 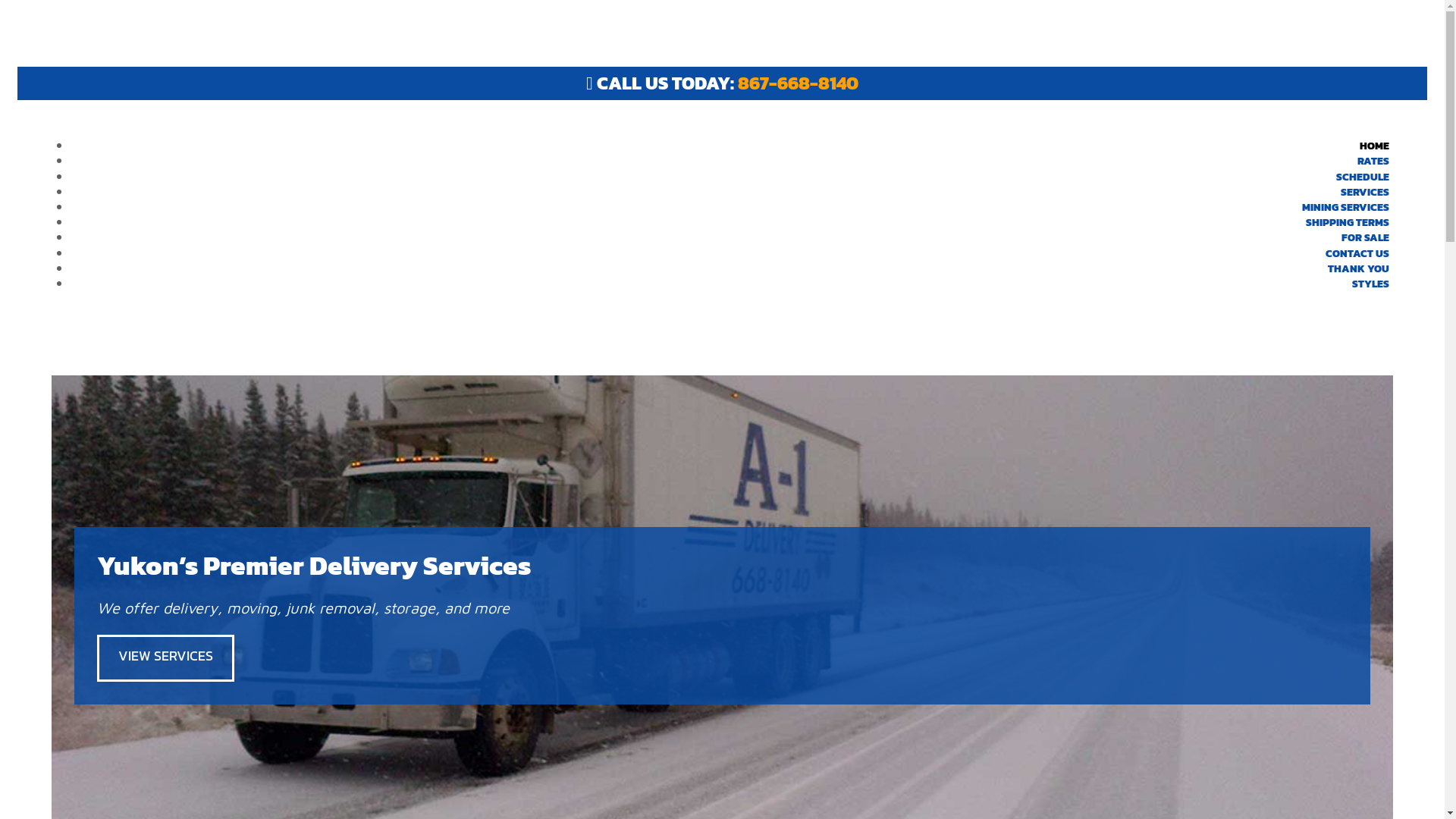 I want to click on '867-668-8140', so click(x=738, y=83).